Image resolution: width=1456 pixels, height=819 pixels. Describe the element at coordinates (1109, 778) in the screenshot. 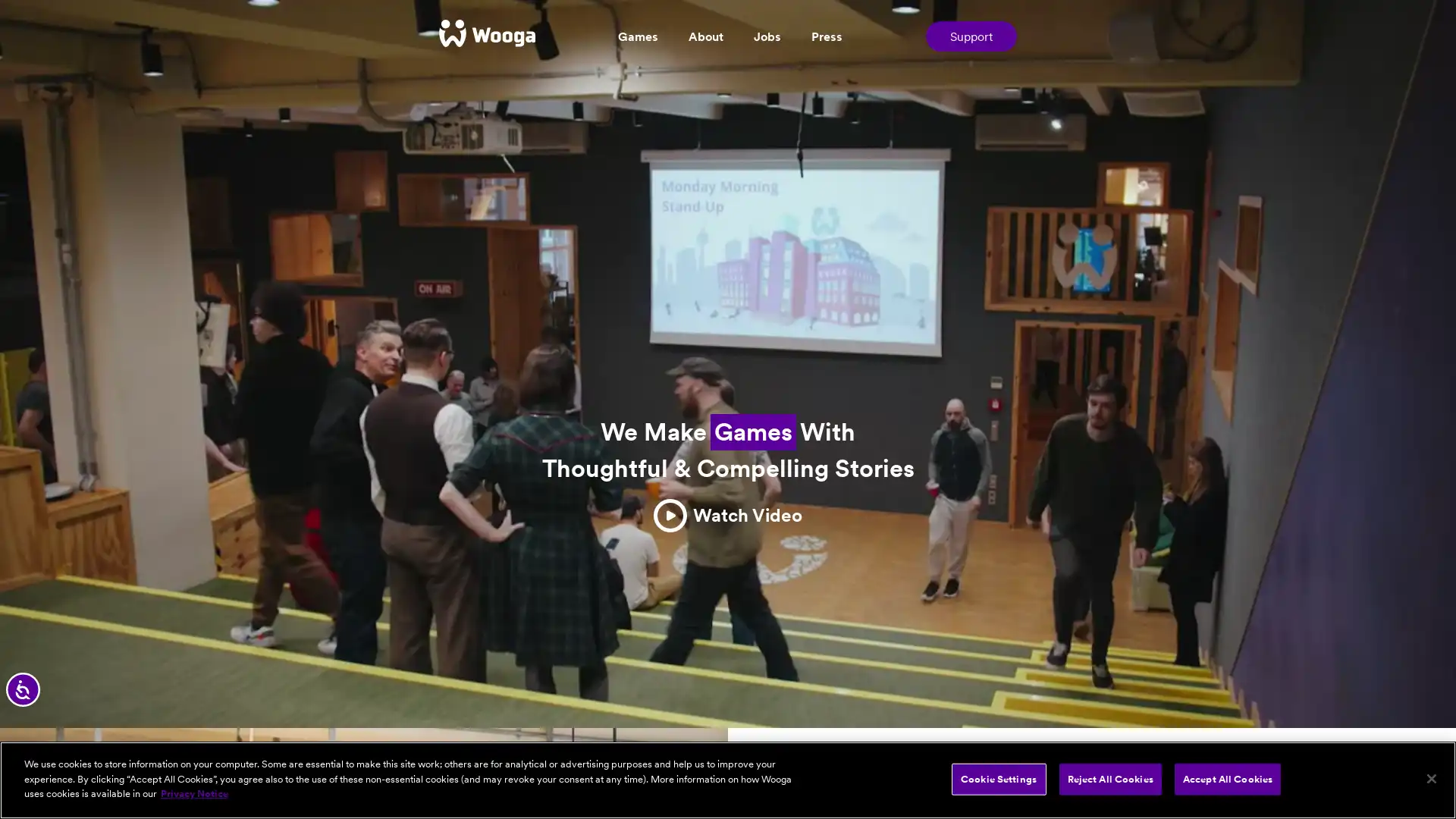

I see `Reject All Cookies` at that location.